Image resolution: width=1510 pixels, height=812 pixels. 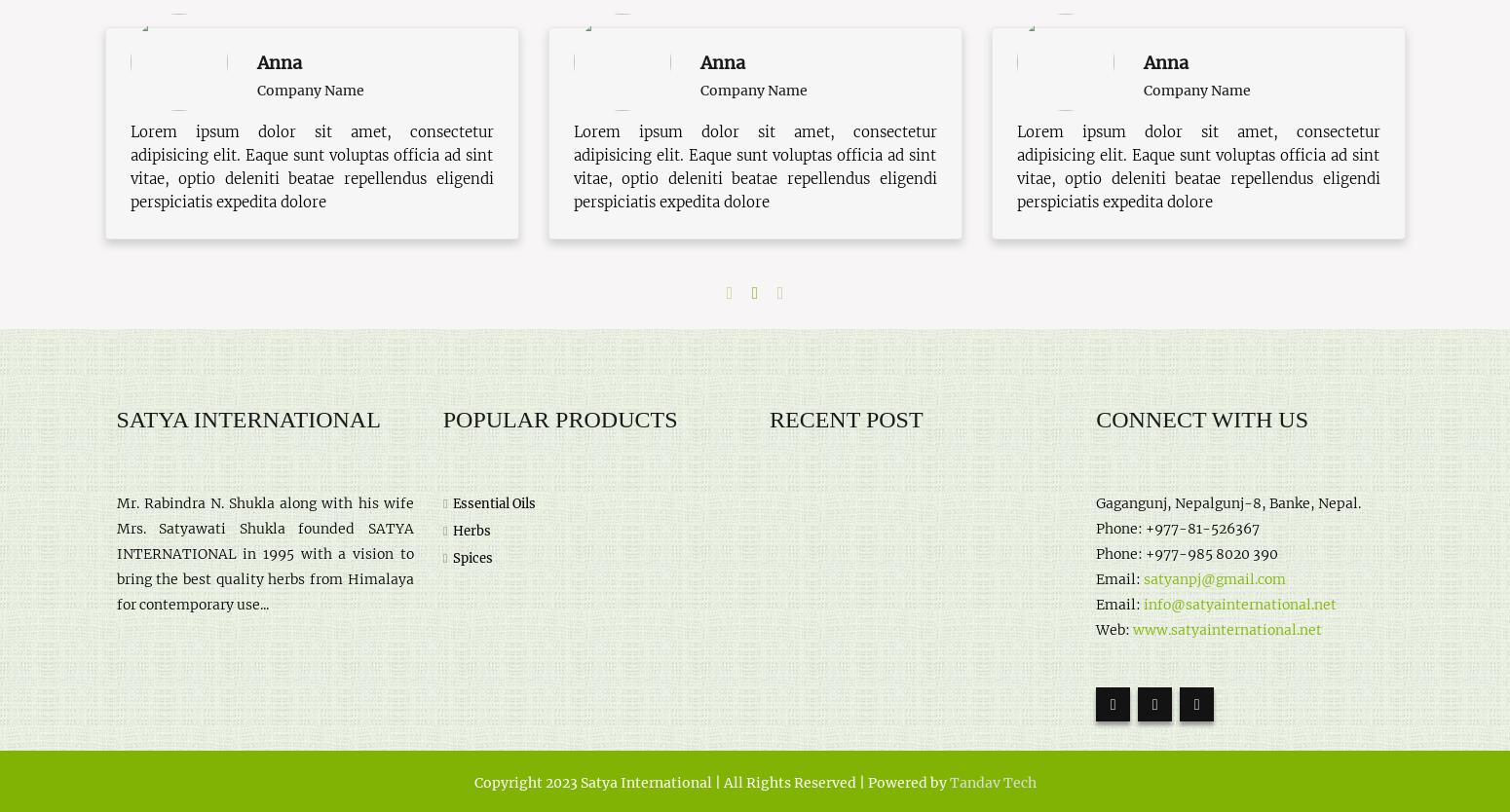 What do you see at coordinates (492, 501) in the screenshot?
I see `'Essential Oils'` at bounding box center [492, 501].